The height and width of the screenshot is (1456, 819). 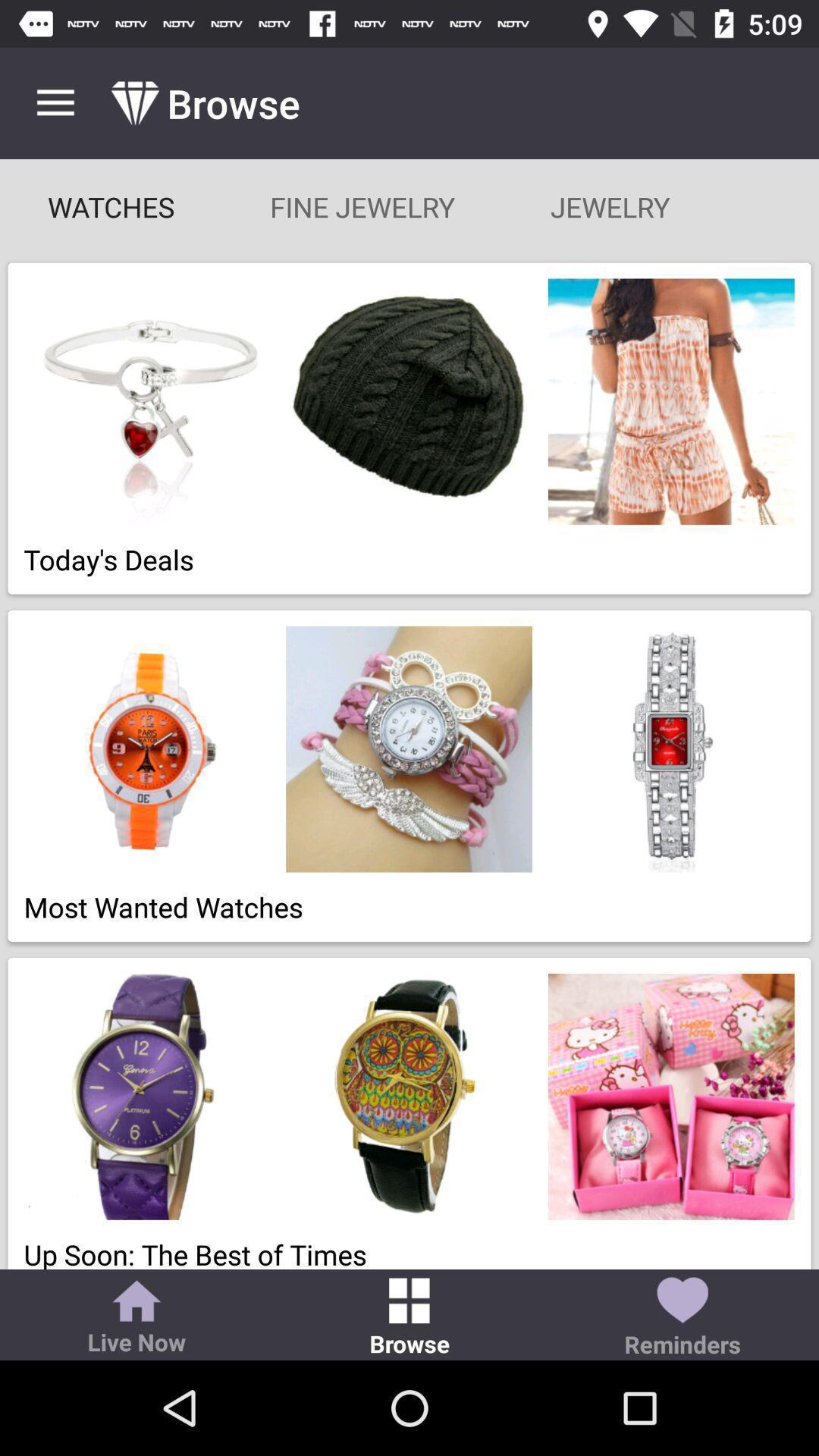 I want to click on icon below up soon the item, so click(x=136, y=1318).